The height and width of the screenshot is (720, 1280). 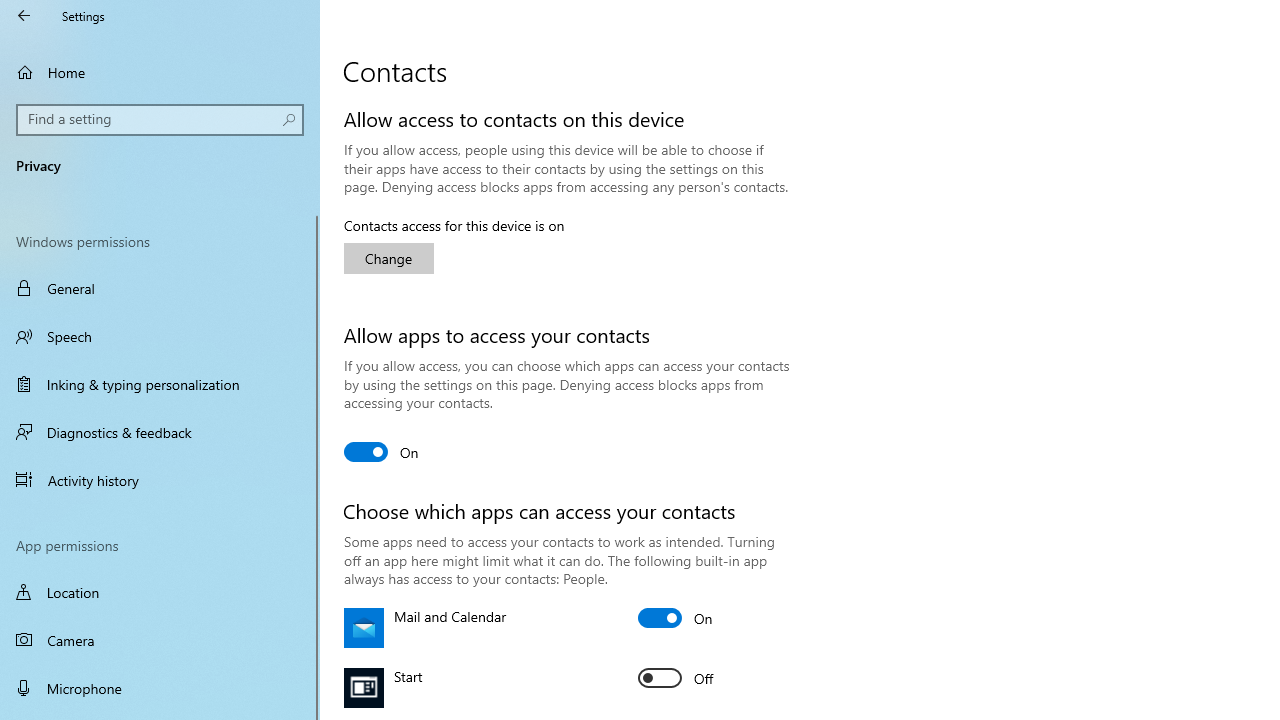 I want to click on 'Activity history', so click(x=160, y=479).